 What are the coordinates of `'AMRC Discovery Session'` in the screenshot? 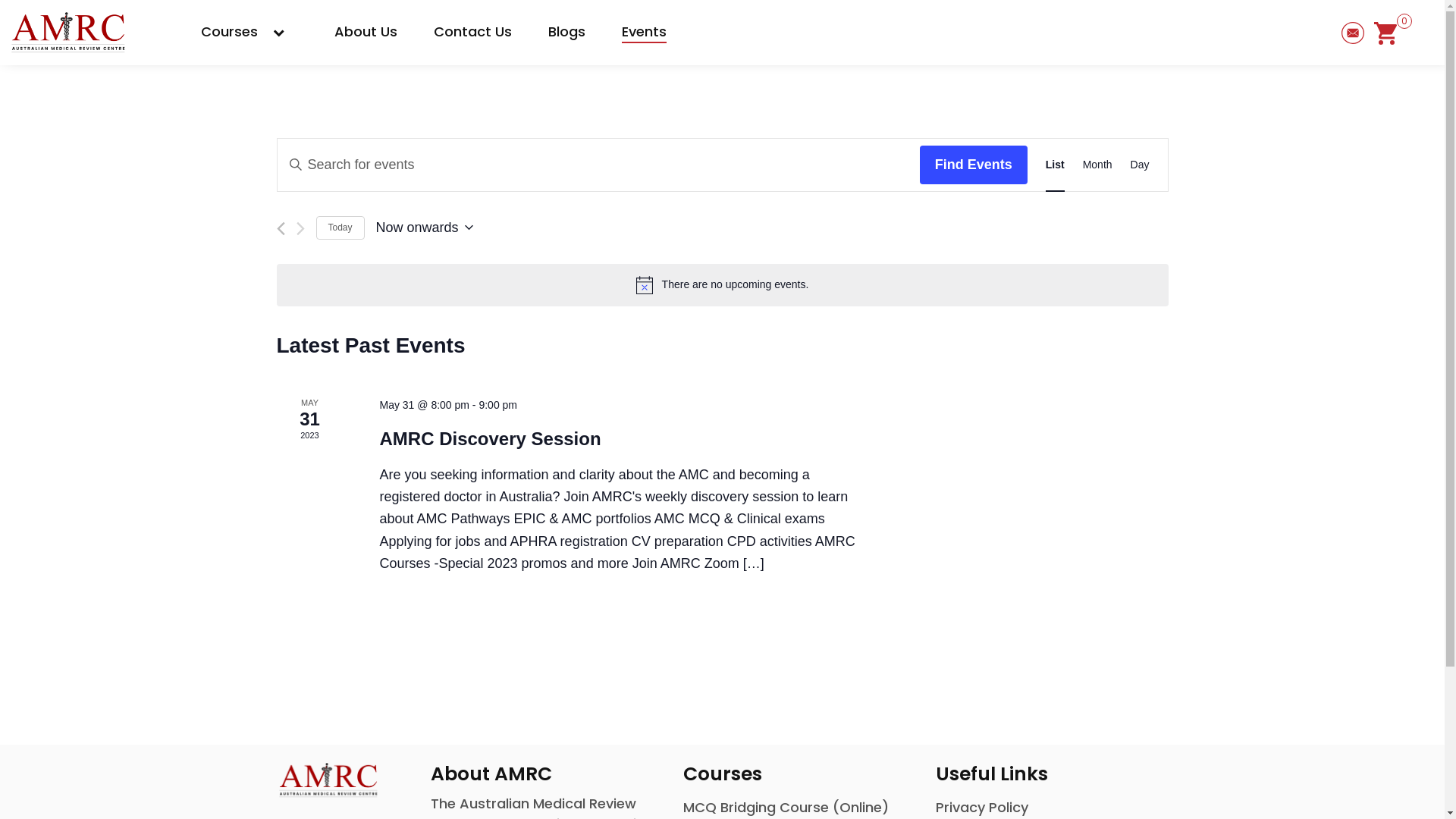 It's located at (490, 438).